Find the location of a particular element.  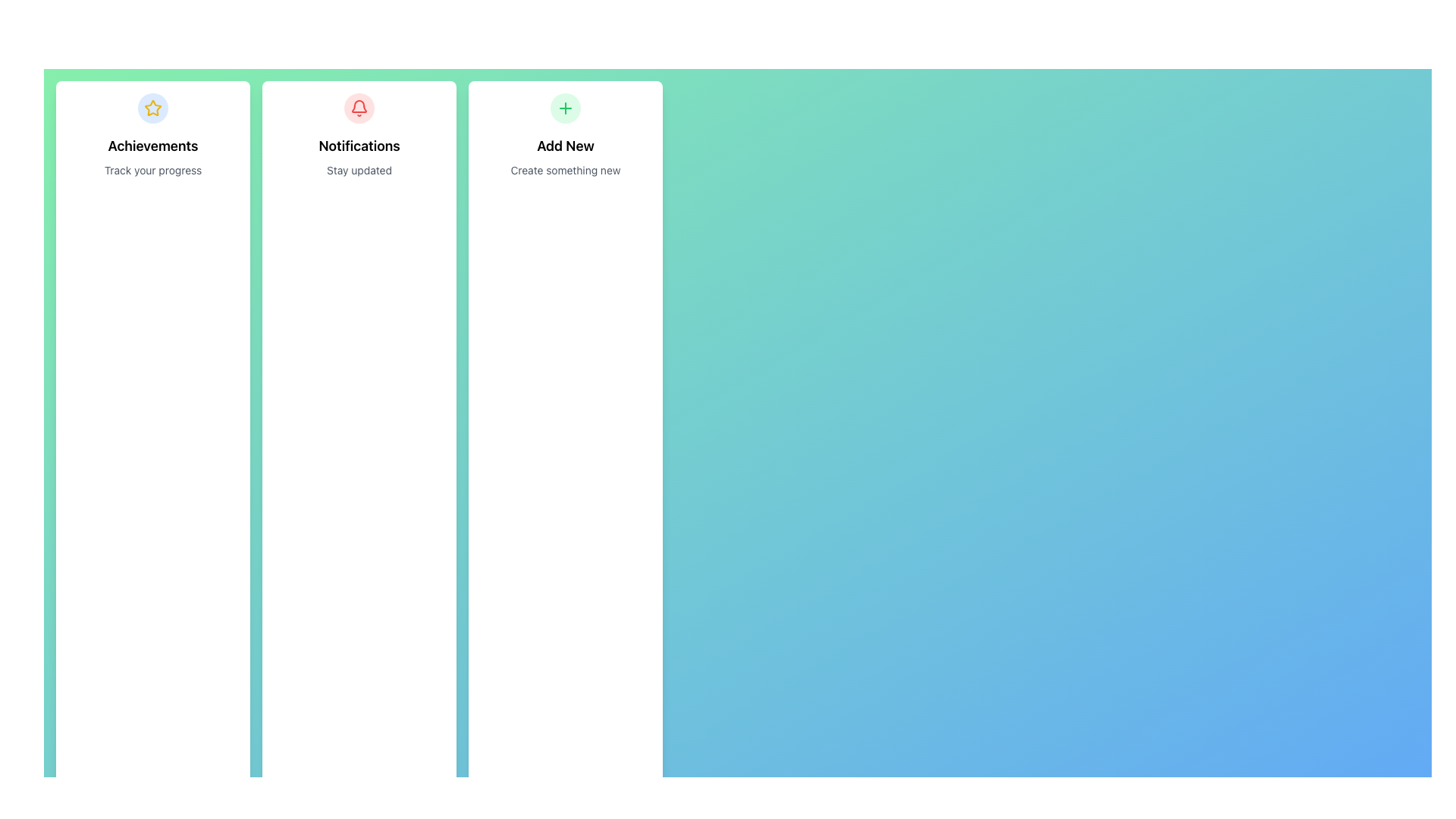

the circular green icon with a plus symbol, located above the text 'Create something new' in the 'Add New' card is located at coordinates (564, 107).